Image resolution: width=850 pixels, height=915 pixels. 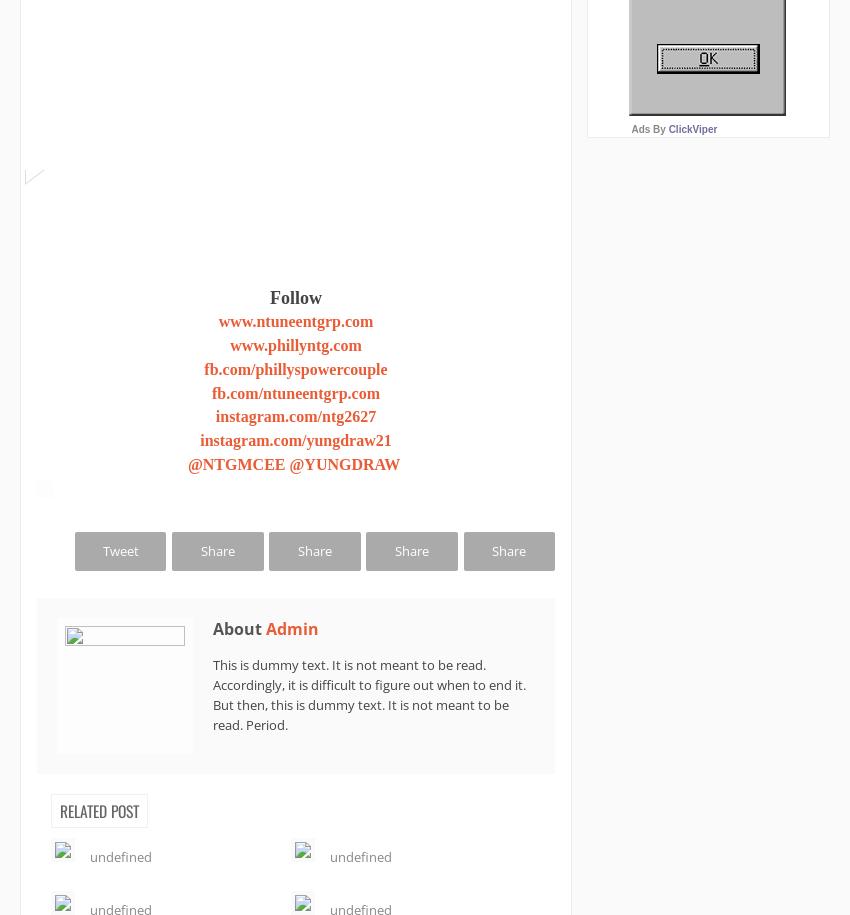 What do you see at coordinates (294, 297) in the screenshot?
I see `'Follow'` at bounding box center [294, 297].